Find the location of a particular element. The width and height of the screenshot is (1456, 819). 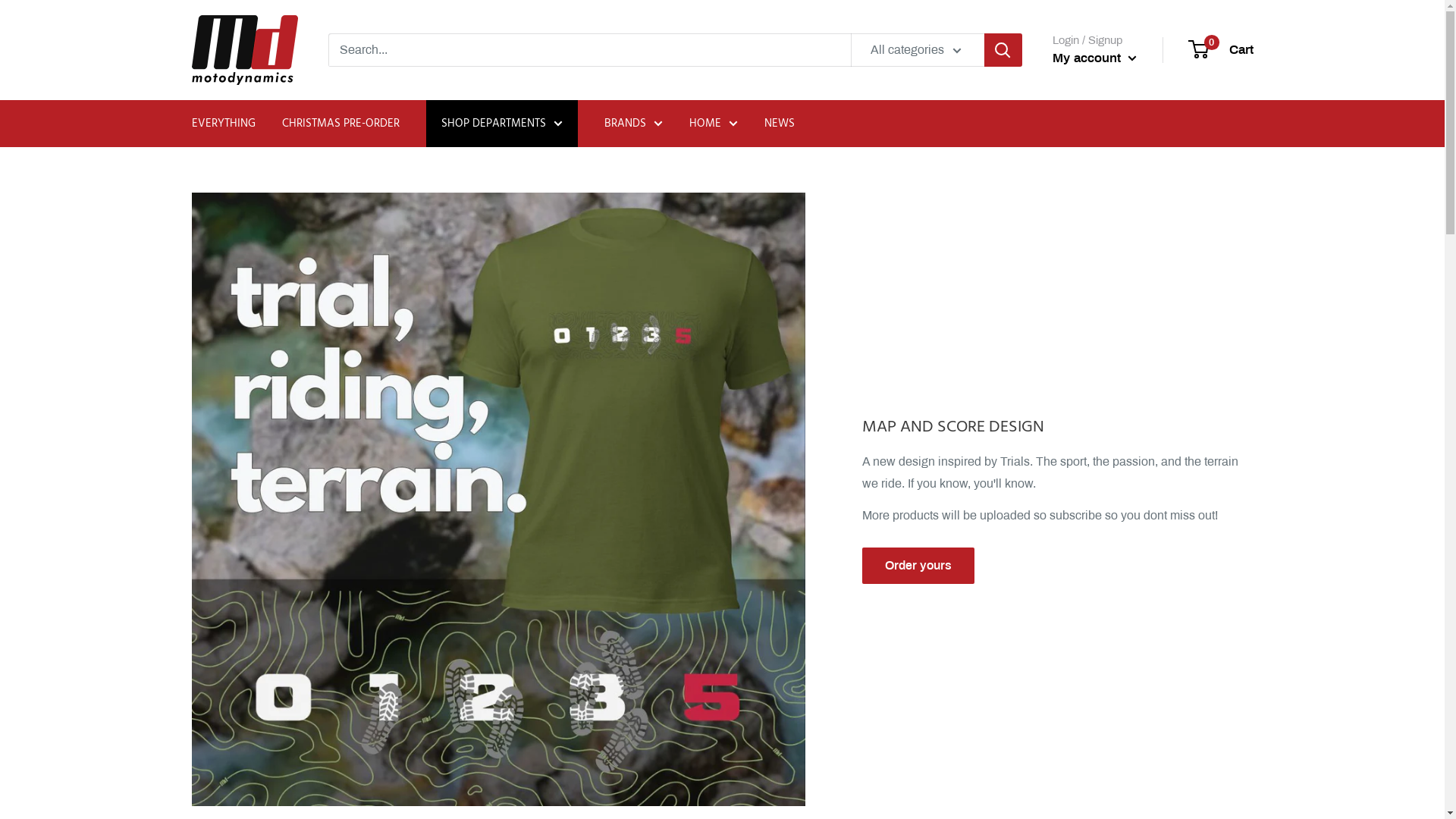

'My account' is located at coordinates (1094, 58).